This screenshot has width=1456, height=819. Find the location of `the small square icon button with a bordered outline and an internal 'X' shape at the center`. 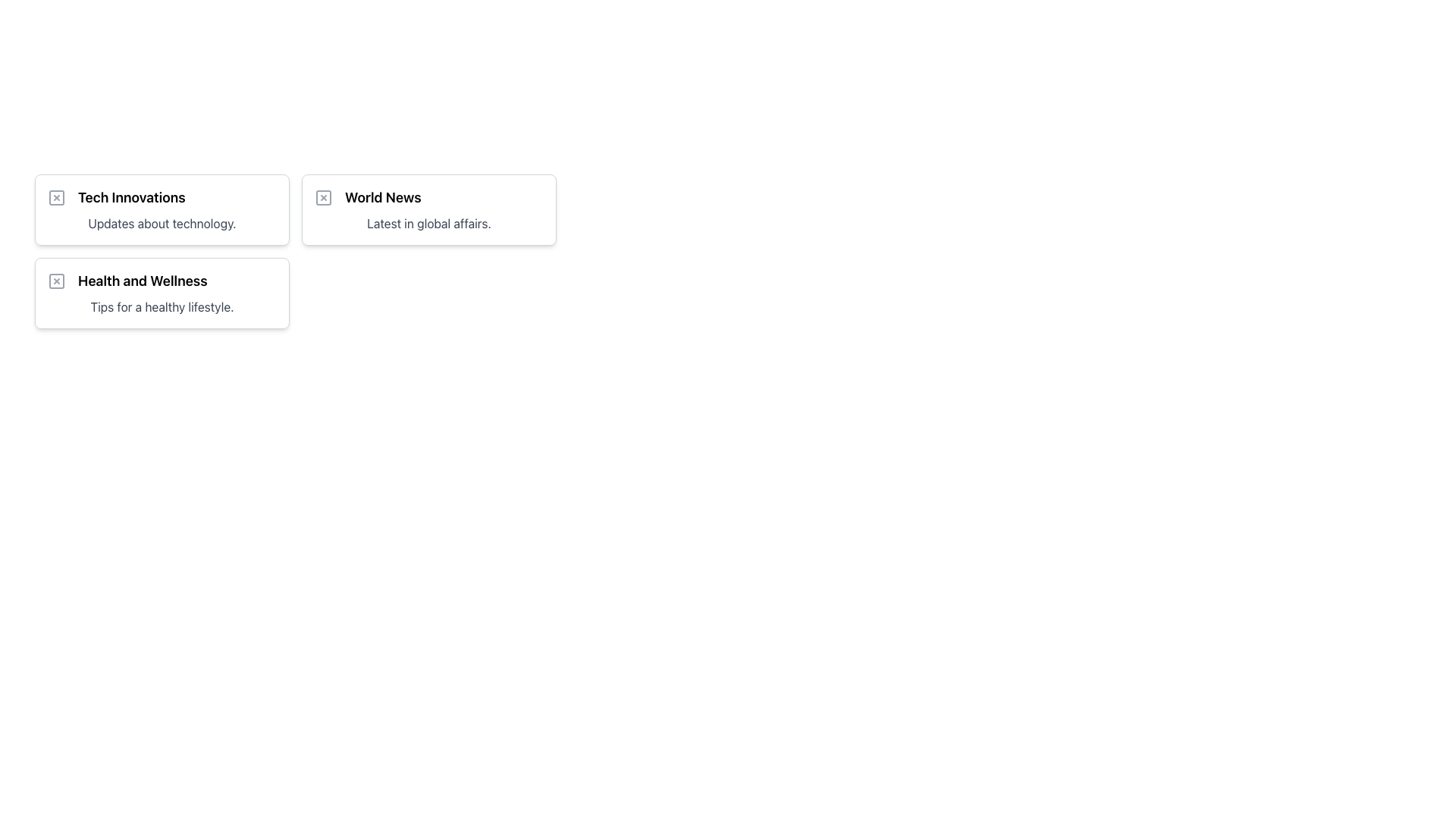

the small square icon button with a bordered outline and an internal 'X' shape at the center is located at coordinates (57, 197).